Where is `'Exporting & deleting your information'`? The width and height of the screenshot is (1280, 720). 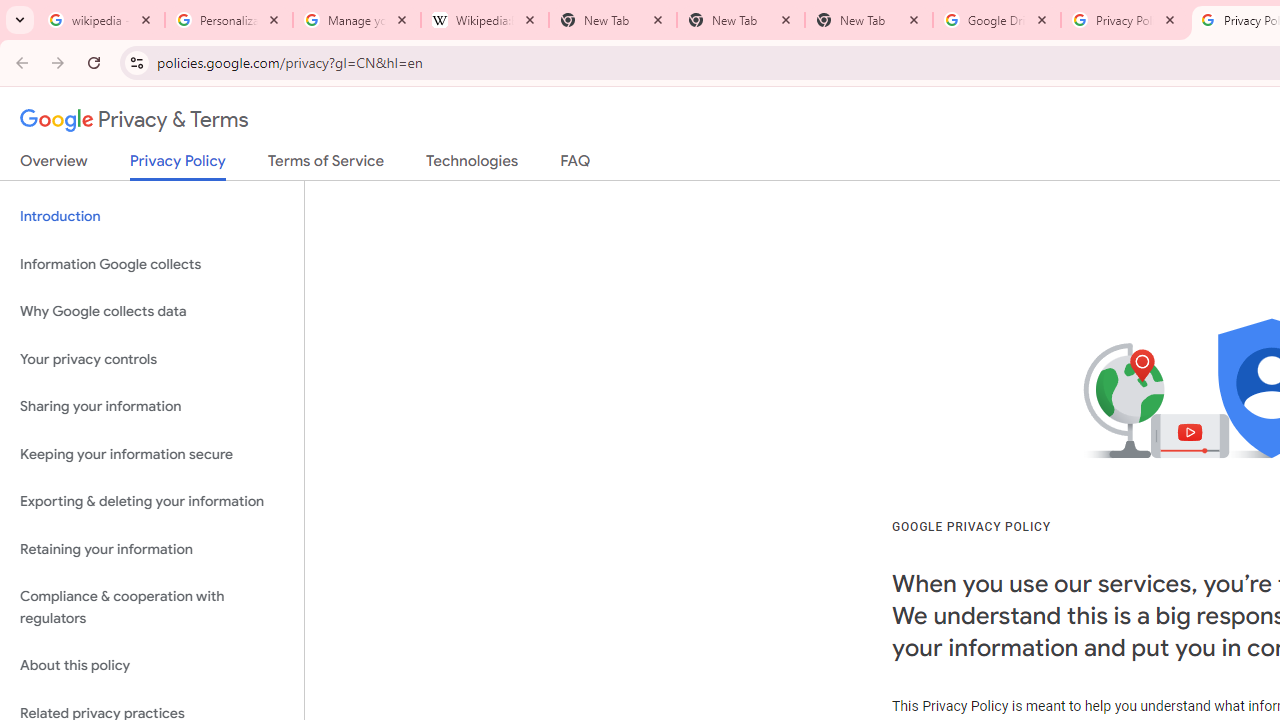 'Exporting & deleting your information' is located at coordinates (151, 501).